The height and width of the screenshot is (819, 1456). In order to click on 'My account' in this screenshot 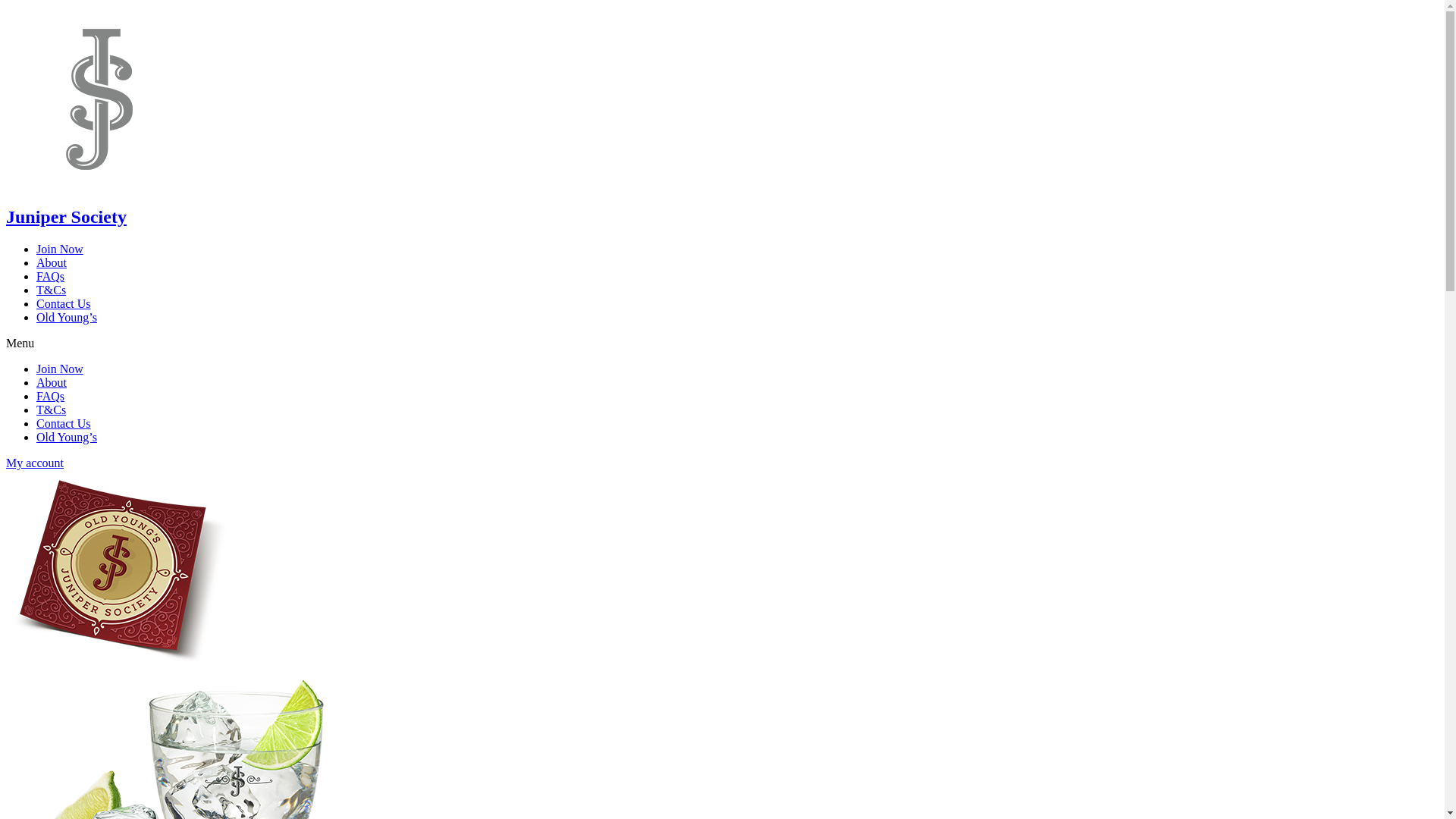, I will do `click(35, 462)`.